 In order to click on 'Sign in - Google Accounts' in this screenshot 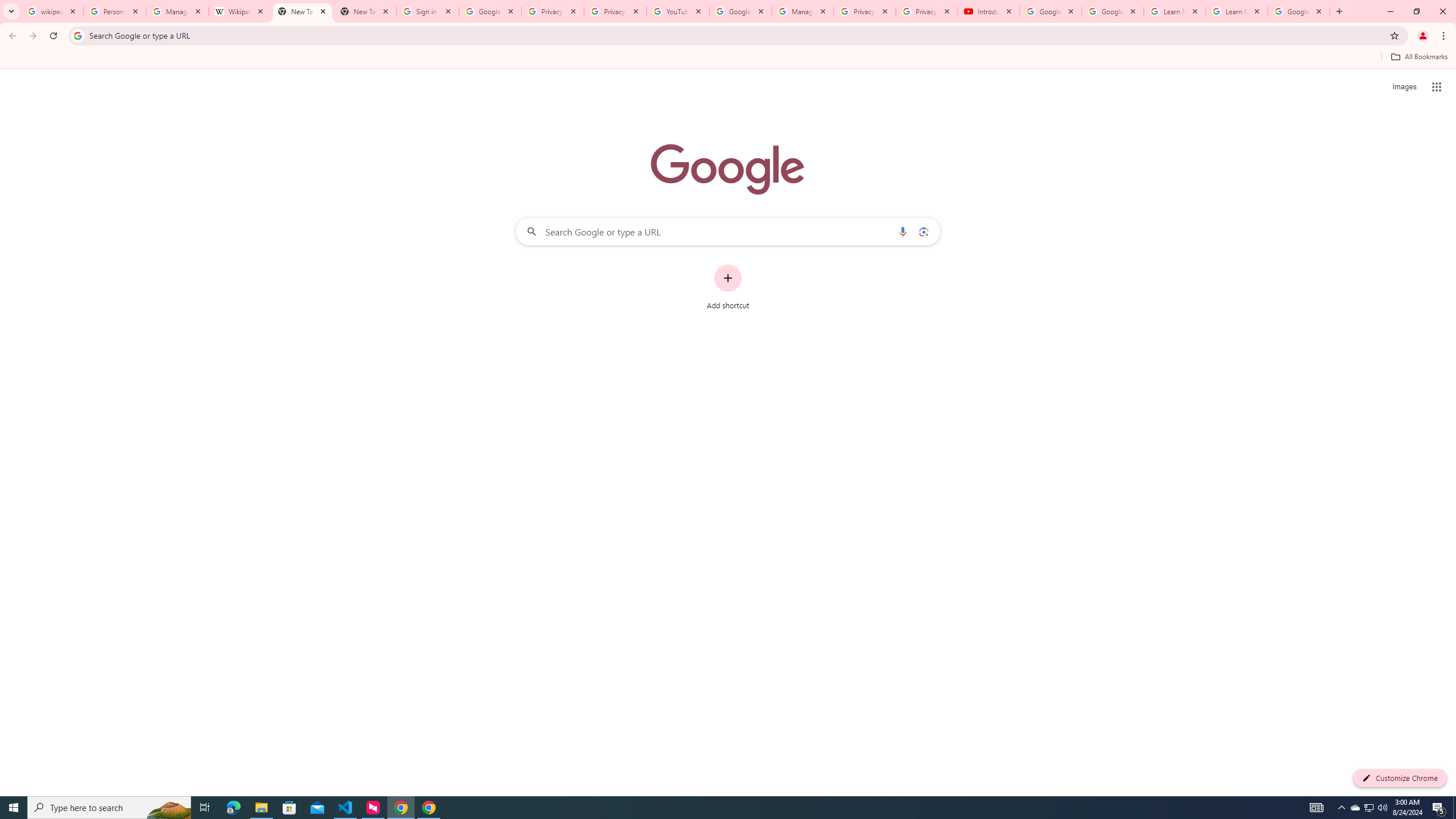, I will do `click(427, 11)`.